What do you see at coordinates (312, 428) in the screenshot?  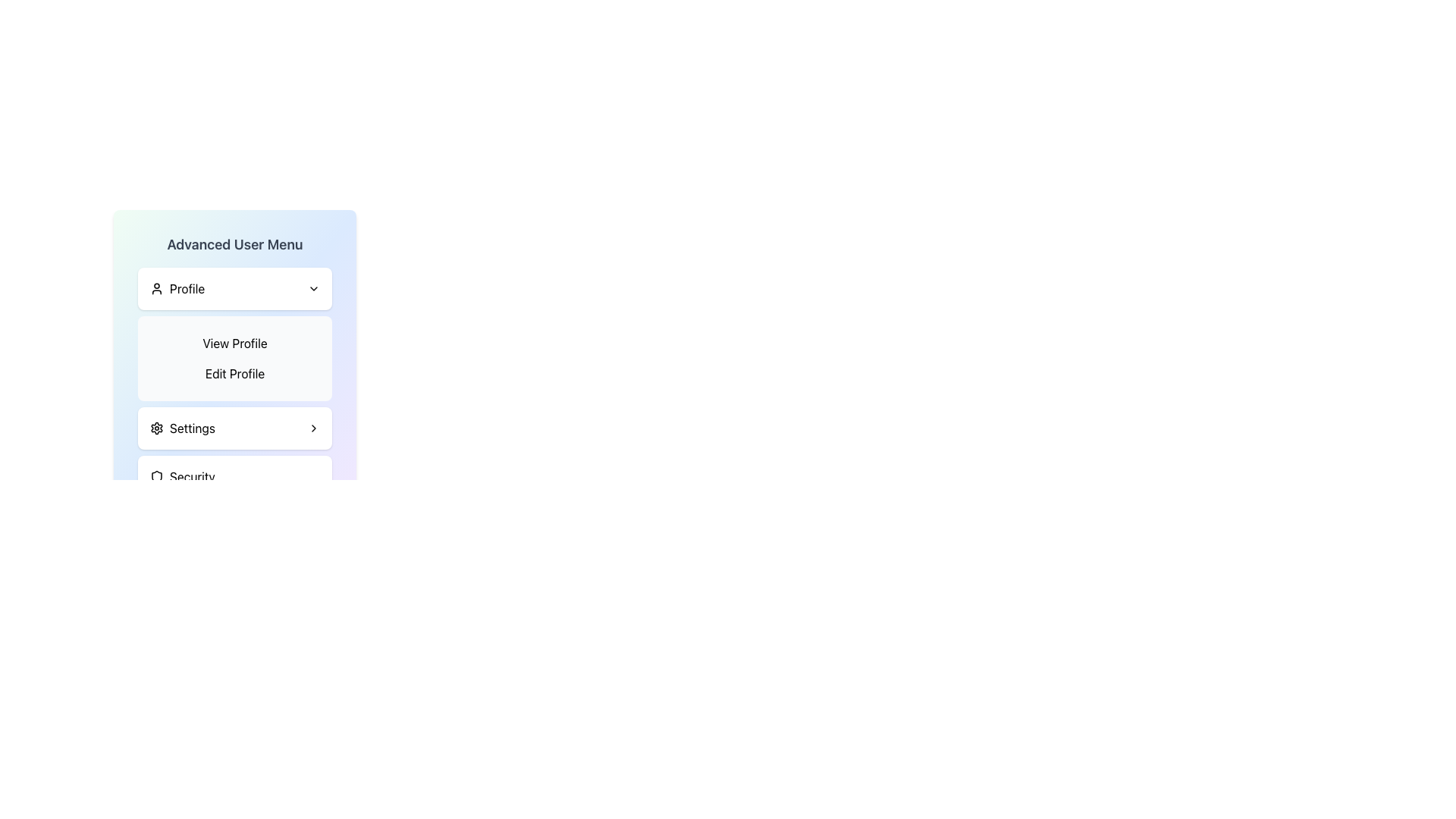 I see `the right-facing chevron icon within the 'Settings' card, positioned at the far right edge, indicating a navigational or expandable action` at bounding box center [312, 428].